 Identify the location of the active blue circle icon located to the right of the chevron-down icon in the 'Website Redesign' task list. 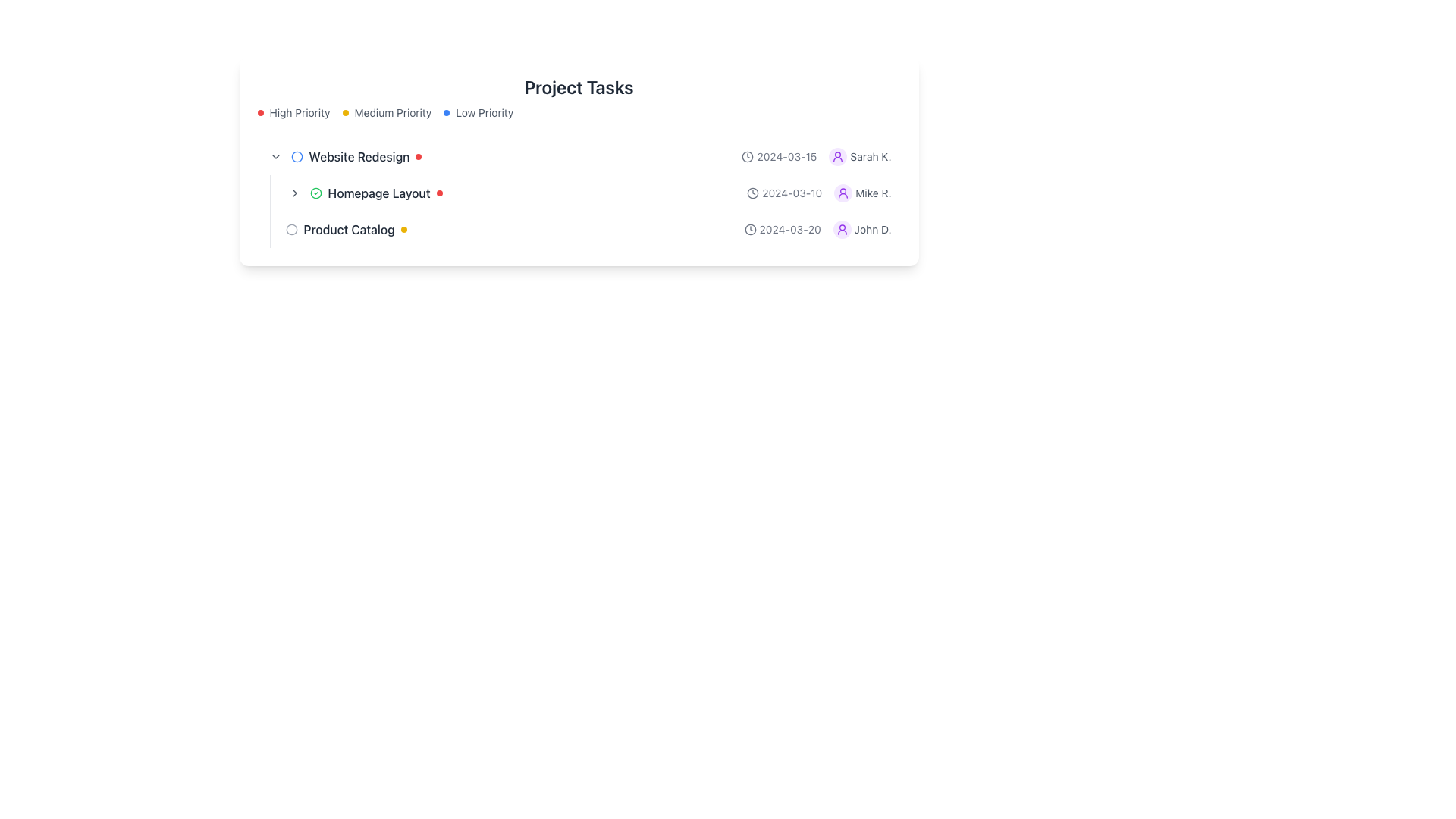
(297, 157).